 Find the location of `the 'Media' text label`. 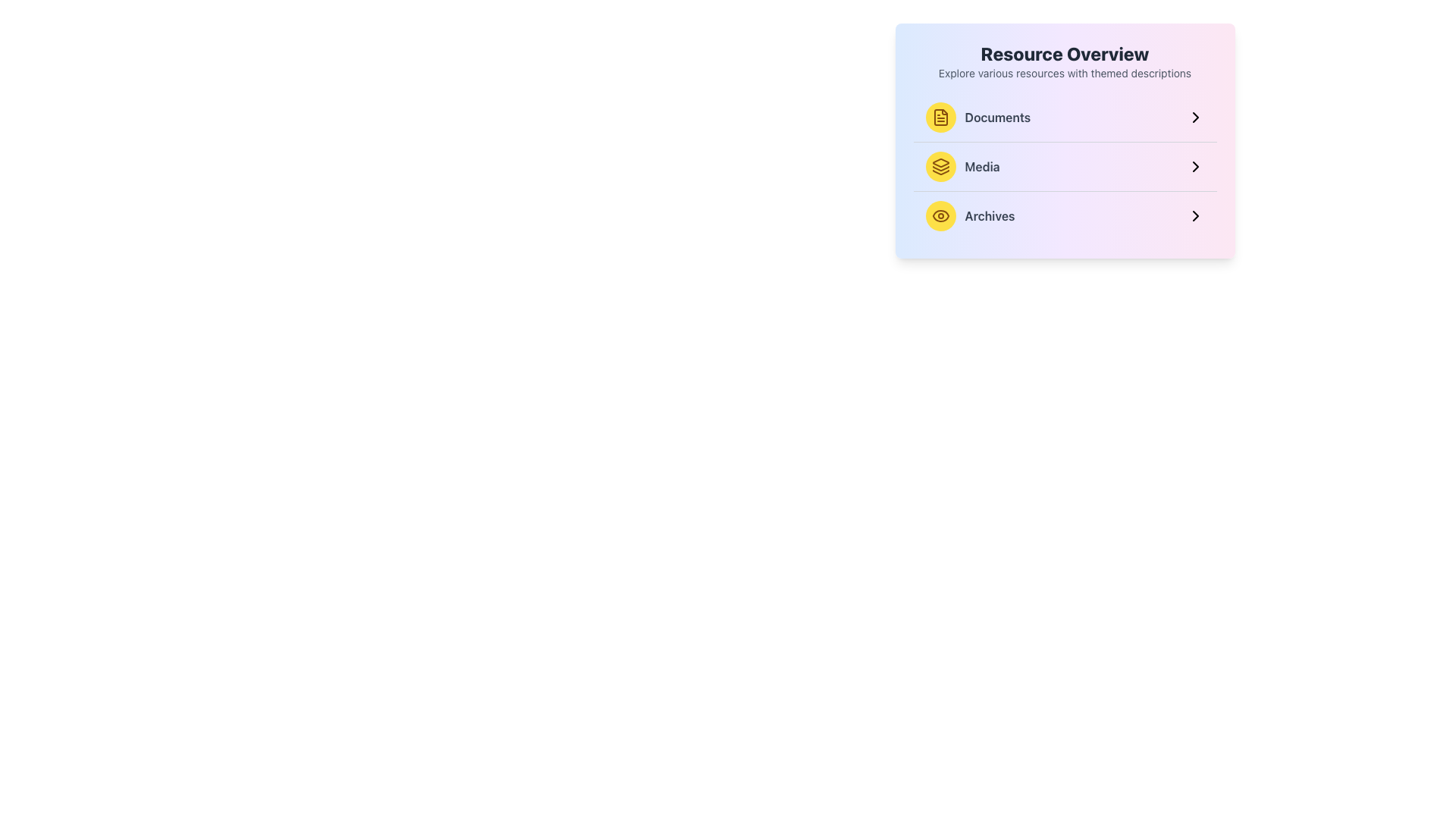

the 'Media' text label is located at coordinates (982, 166).